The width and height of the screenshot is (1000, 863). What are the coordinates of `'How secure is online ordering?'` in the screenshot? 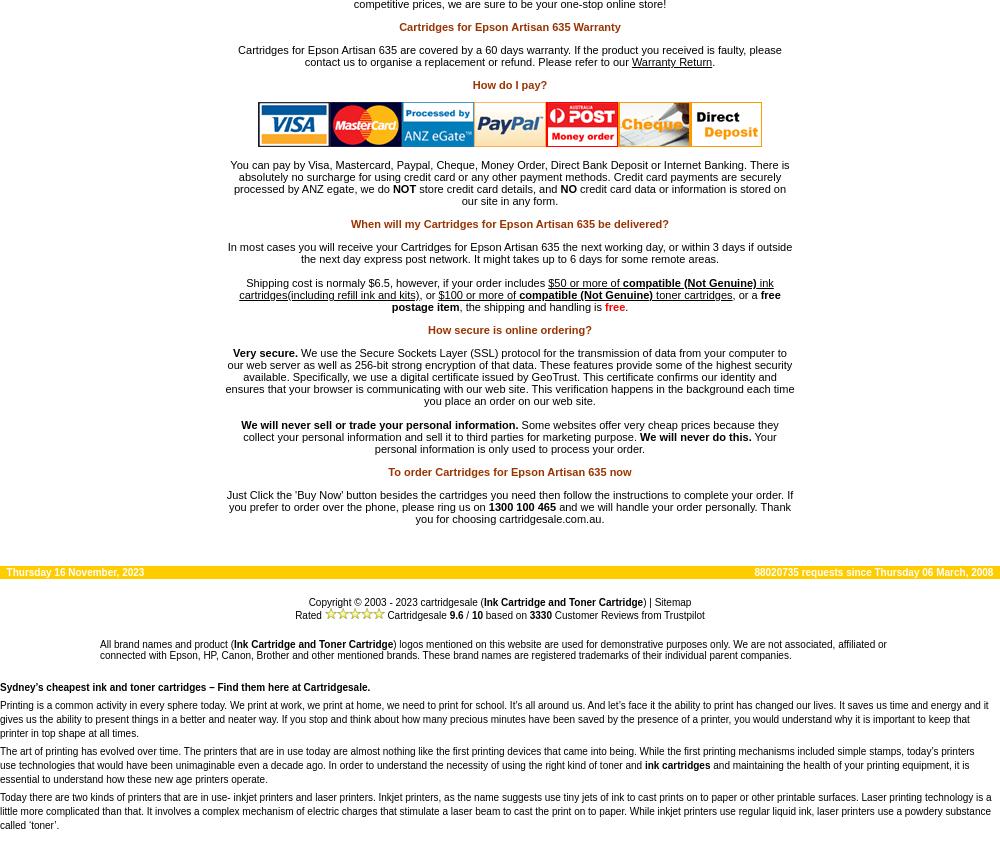 It's located at (509, 329).